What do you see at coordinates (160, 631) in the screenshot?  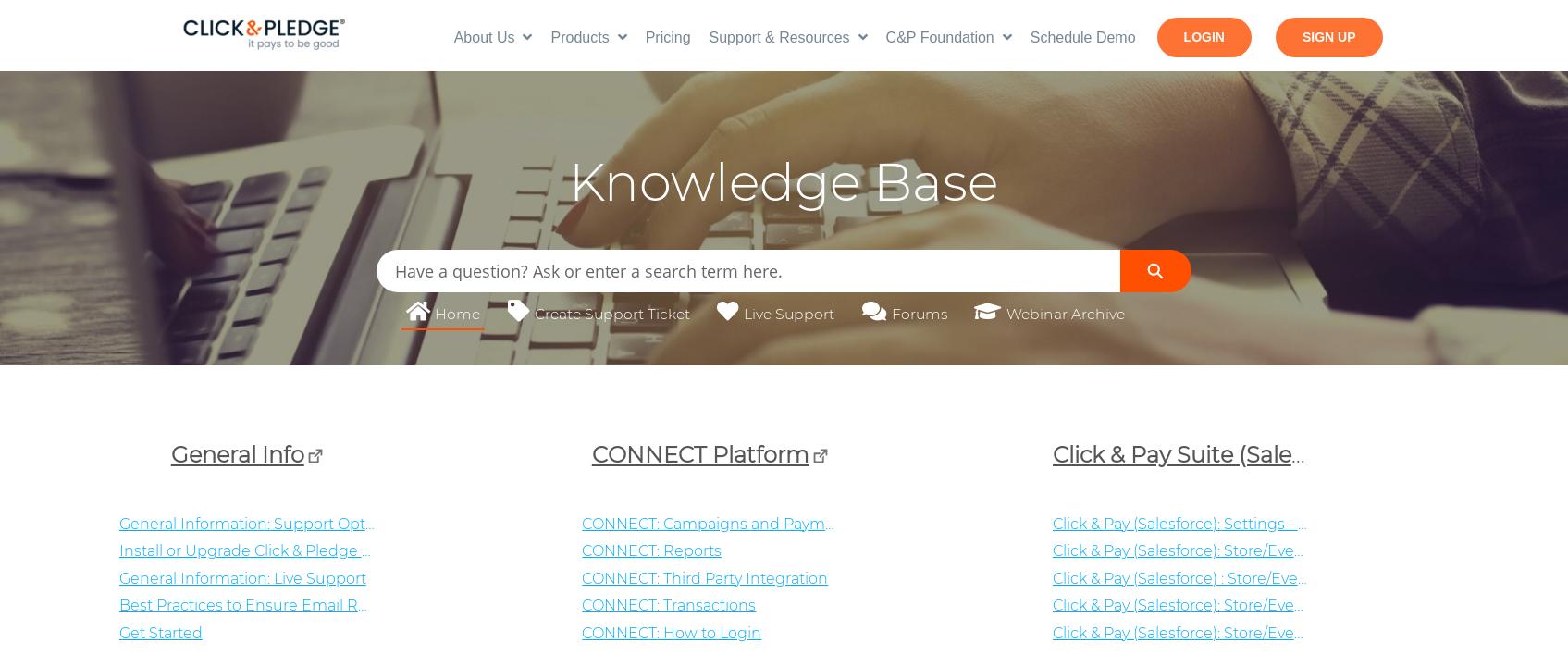 I see `'Get Started'` at bounding box center [160, 631].